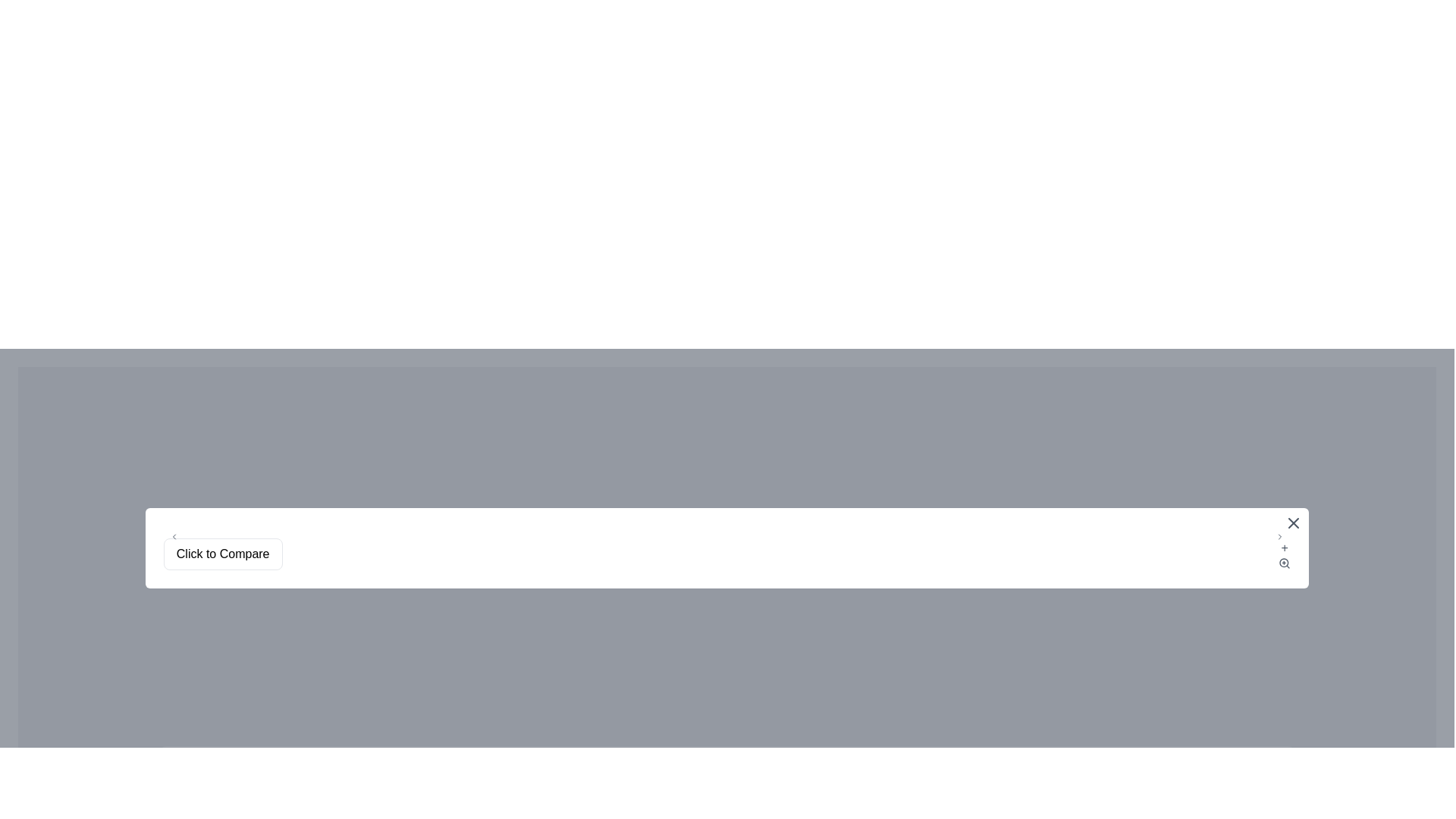 This screenshot has width=1456, height=819. Describe the element at coordinates (1293, 522) in the screenshot. I see `the close button located at the upper-right corner of the dialog` at that location.